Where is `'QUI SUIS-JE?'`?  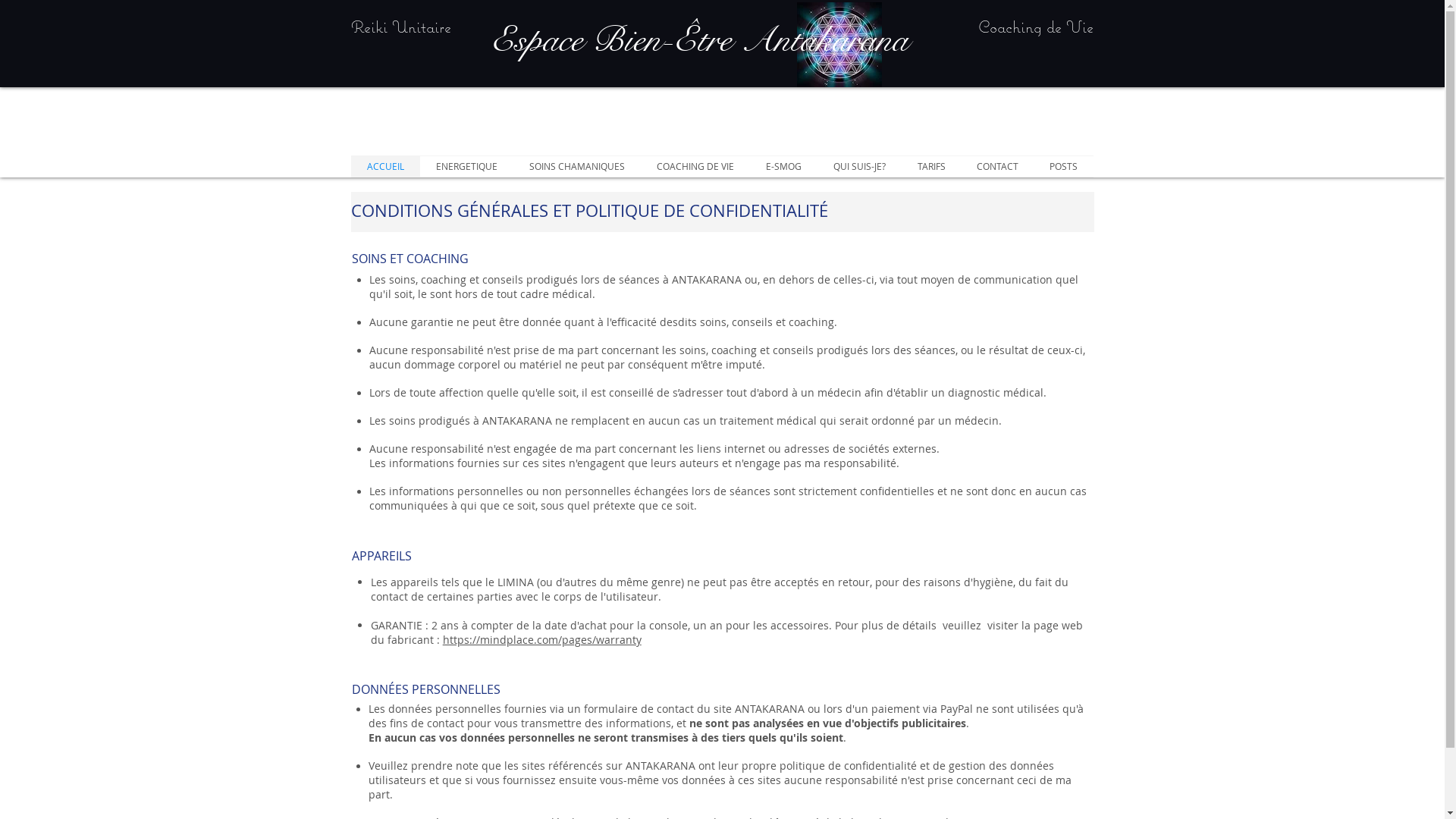
'QUI SUIS-JE?' is located at coordinates (859, 166).